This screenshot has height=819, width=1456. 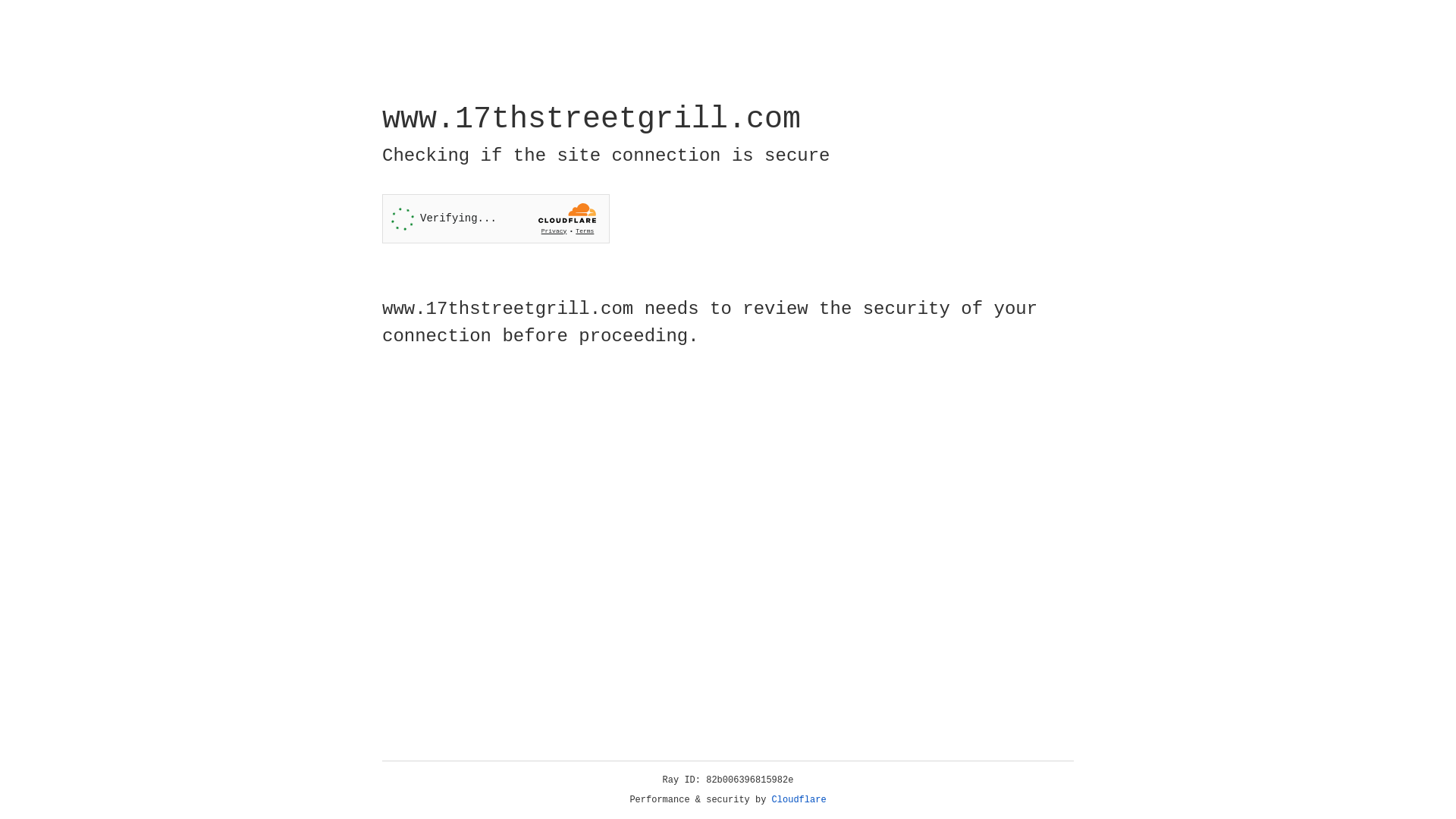 I want to click on 'Cloudflare', so click(x=771, y=799).